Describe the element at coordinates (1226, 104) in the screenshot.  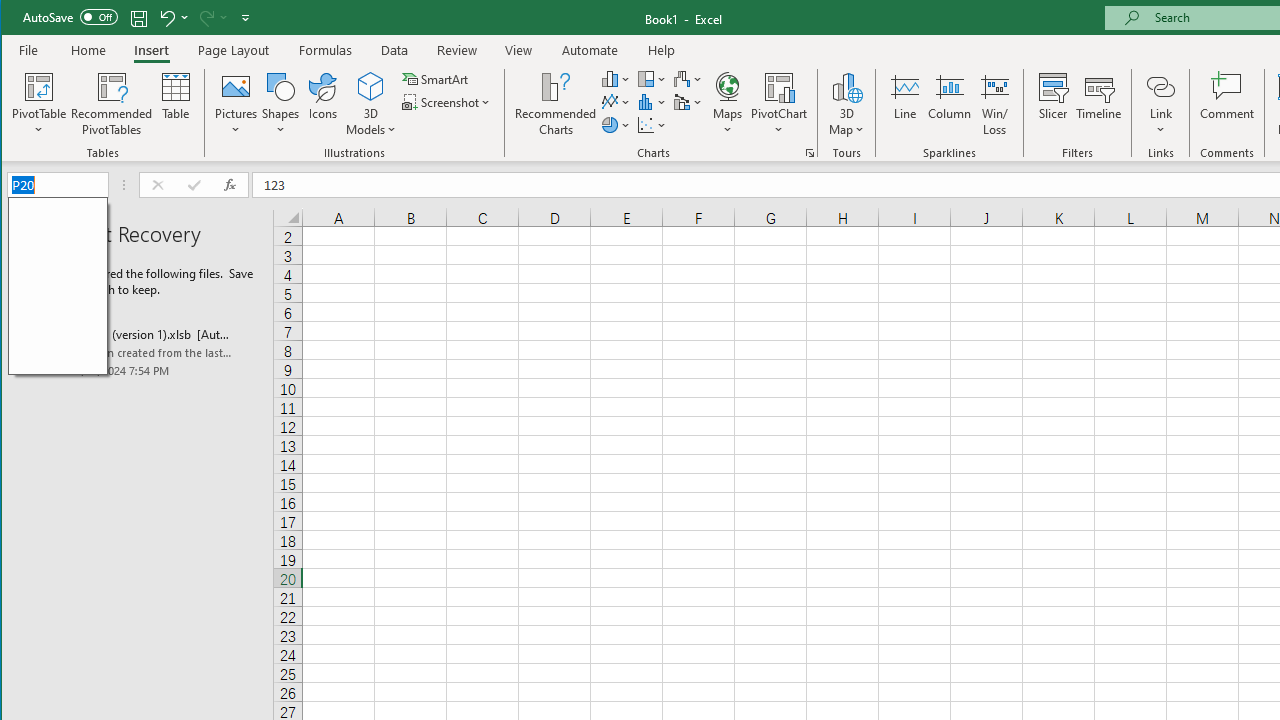
I see `'Comment'` at that location.